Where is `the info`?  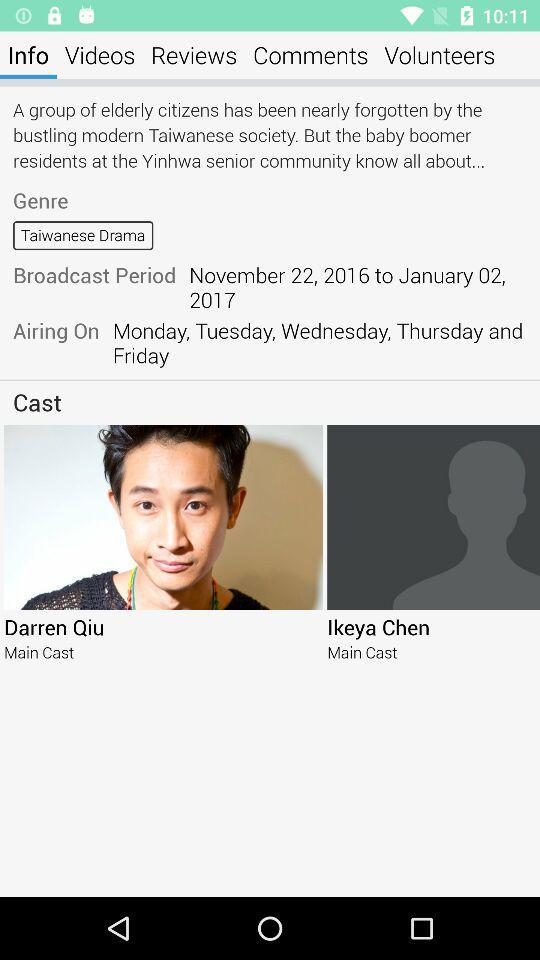 the info is located at coordinates (27, 54).